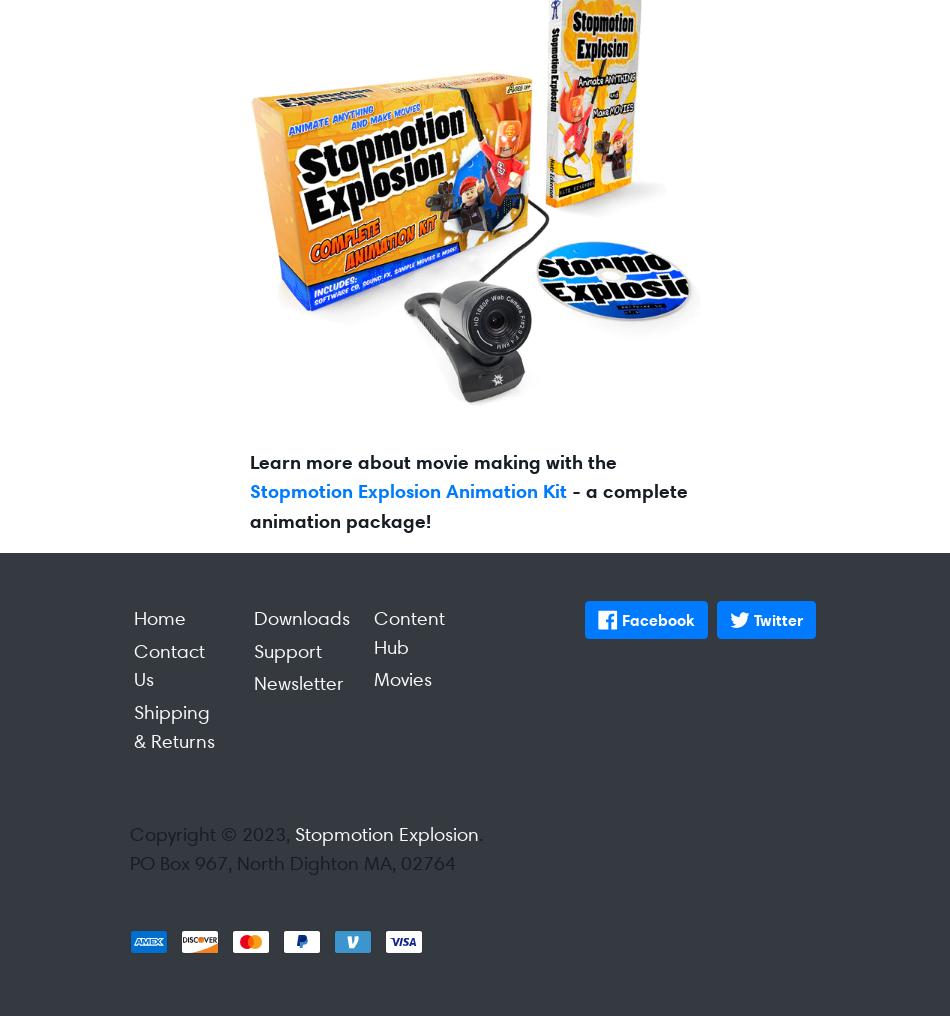 Image resolution: width=950 pixels, height=1016 pixels. Describe the element at coordinates (658, 619) in the screenshot. I see `'Facebook'` at that location.